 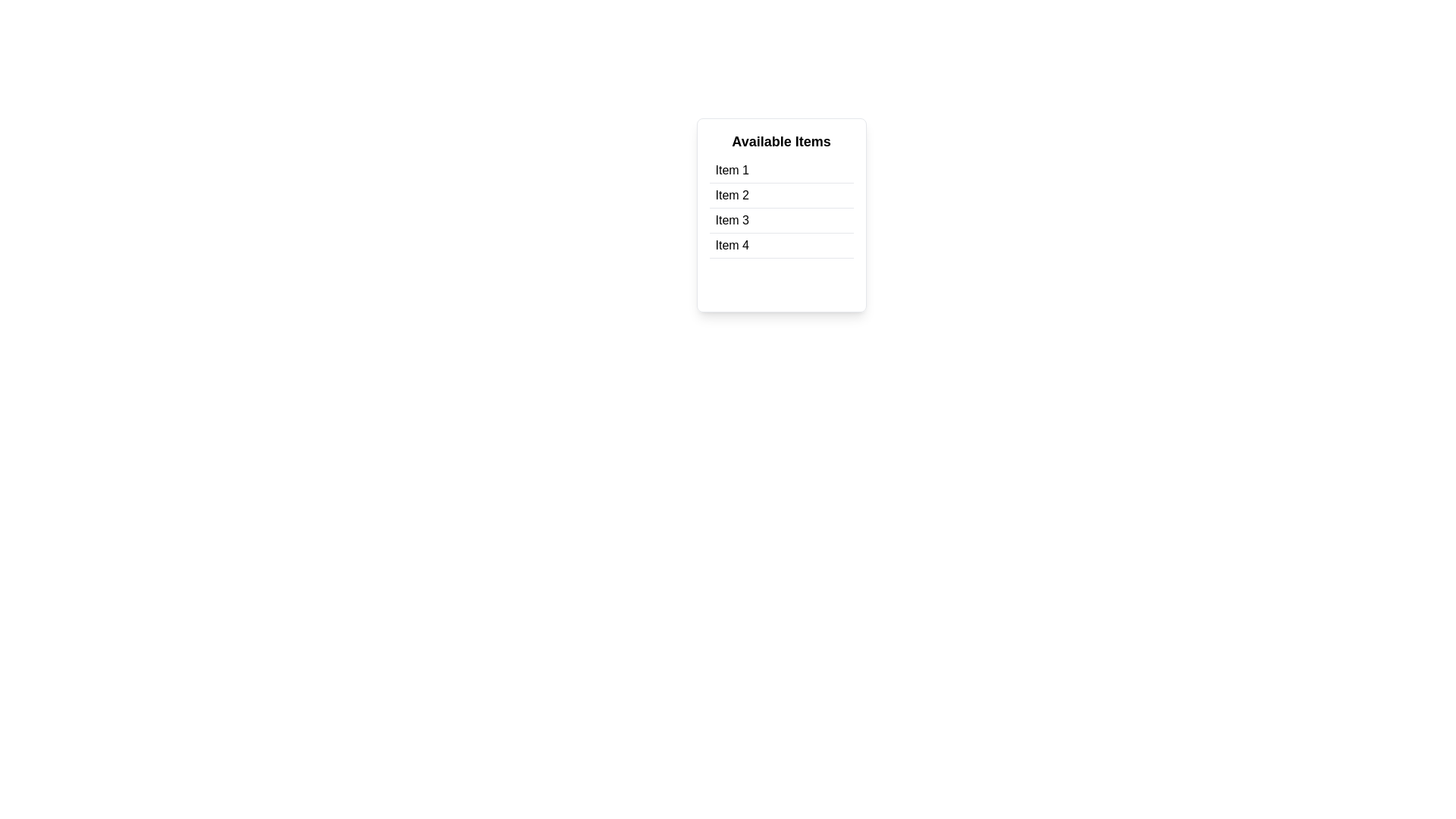 What do you see at coordinates (732, 195) in the screenshot?
I see `the text label displaying 'Item 2', which is the second entry in the list under 'Available Items'` at bounding box center [732, 195].